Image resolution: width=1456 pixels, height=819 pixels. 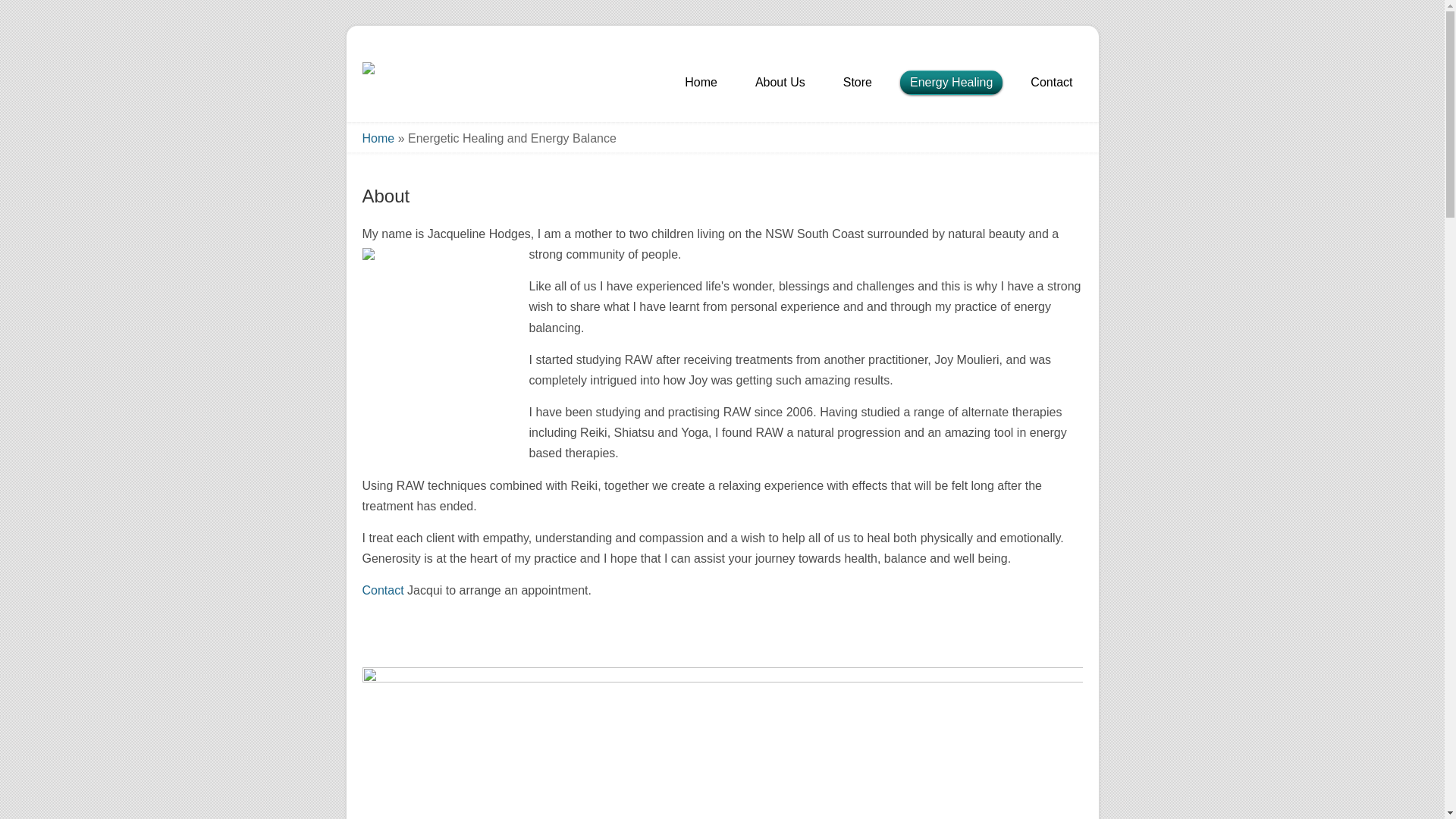 I want to click on 'Energy Healing', so click(x=950, y=84).